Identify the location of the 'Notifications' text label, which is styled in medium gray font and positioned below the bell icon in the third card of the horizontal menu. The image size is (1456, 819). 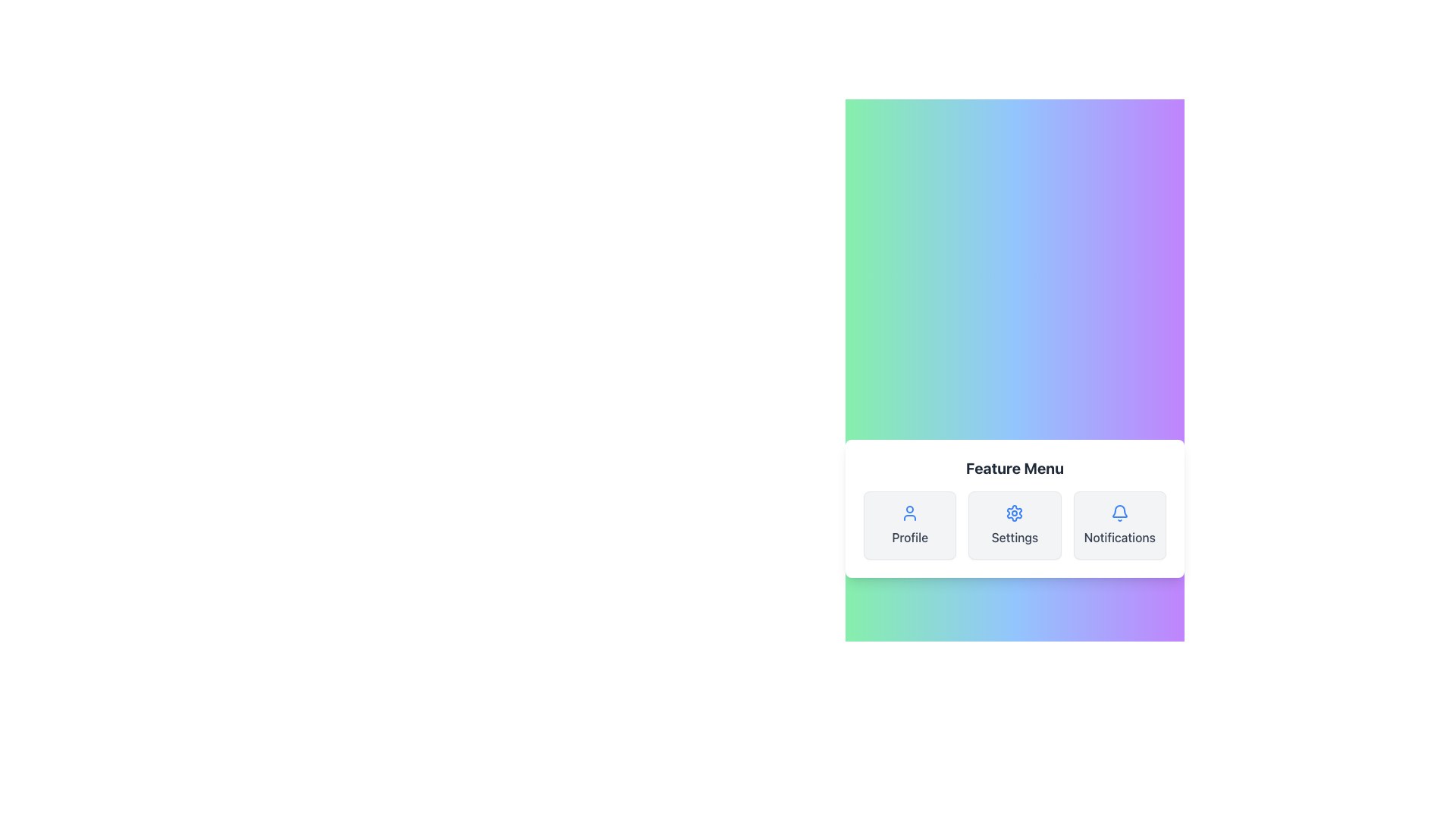
(1119, 537).